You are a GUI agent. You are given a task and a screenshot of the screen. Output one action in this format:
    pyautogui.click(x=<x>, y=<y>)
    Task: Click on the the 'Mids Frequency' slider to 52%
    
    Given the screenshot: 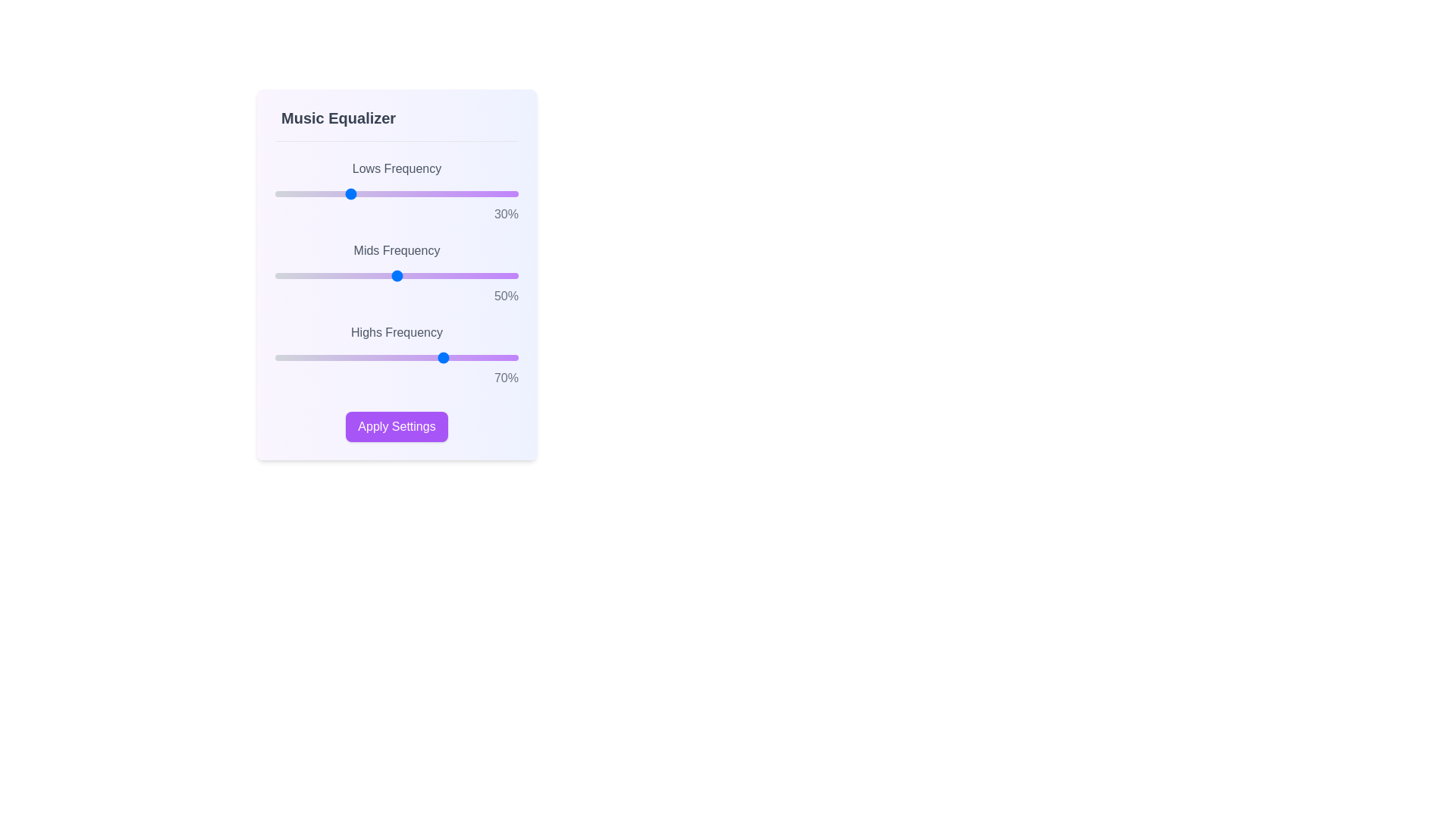 What is the action you would take?
    pyautogui.click(x=401, y=275)
    